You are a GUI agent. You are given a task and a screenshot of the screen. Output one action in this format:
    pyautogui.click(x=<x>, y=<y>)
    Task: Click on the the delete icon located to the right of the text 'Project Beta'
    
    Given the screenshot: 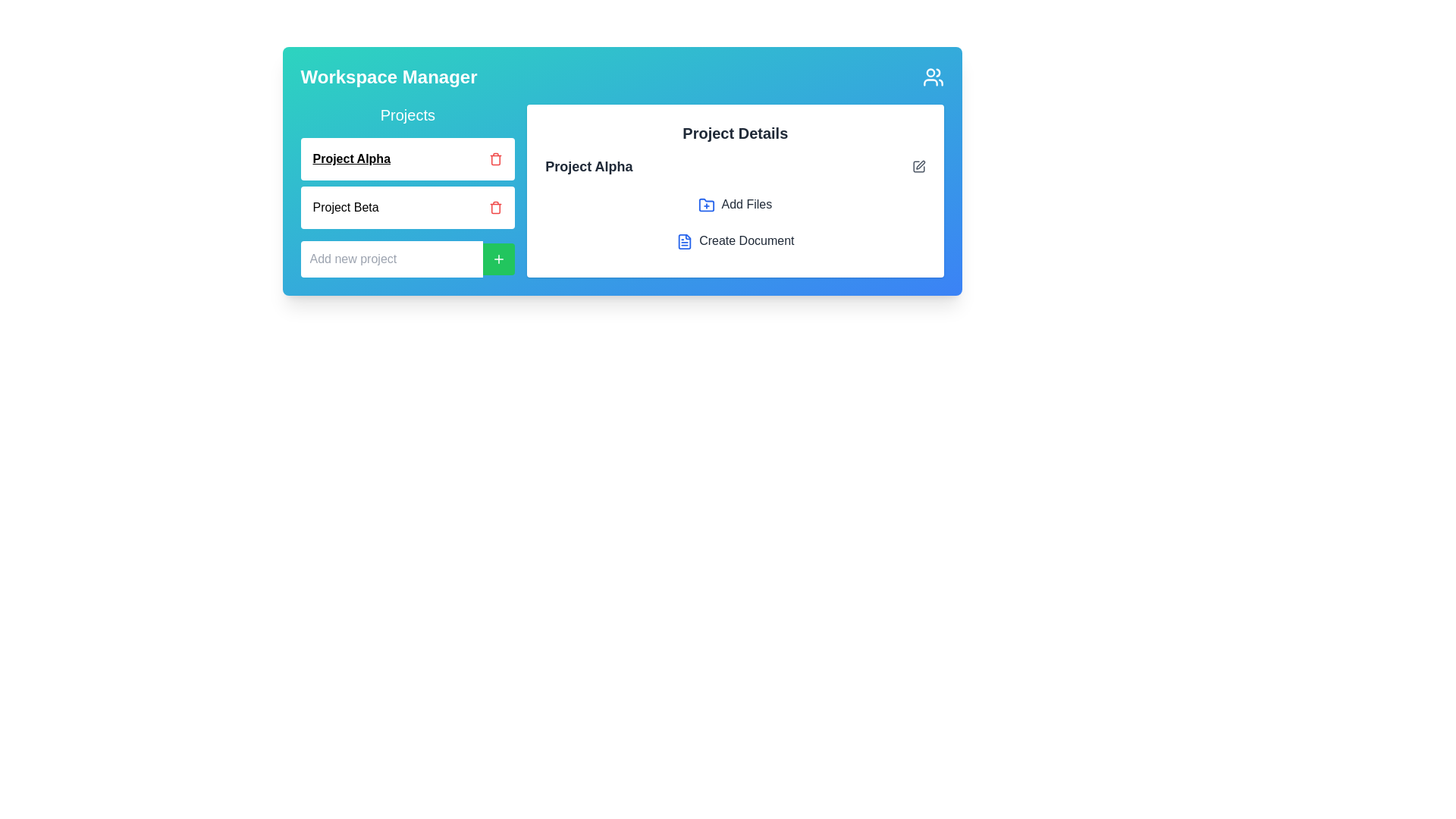 What is the action you would take?
    pyautogui.click(x=496, y=207)
    